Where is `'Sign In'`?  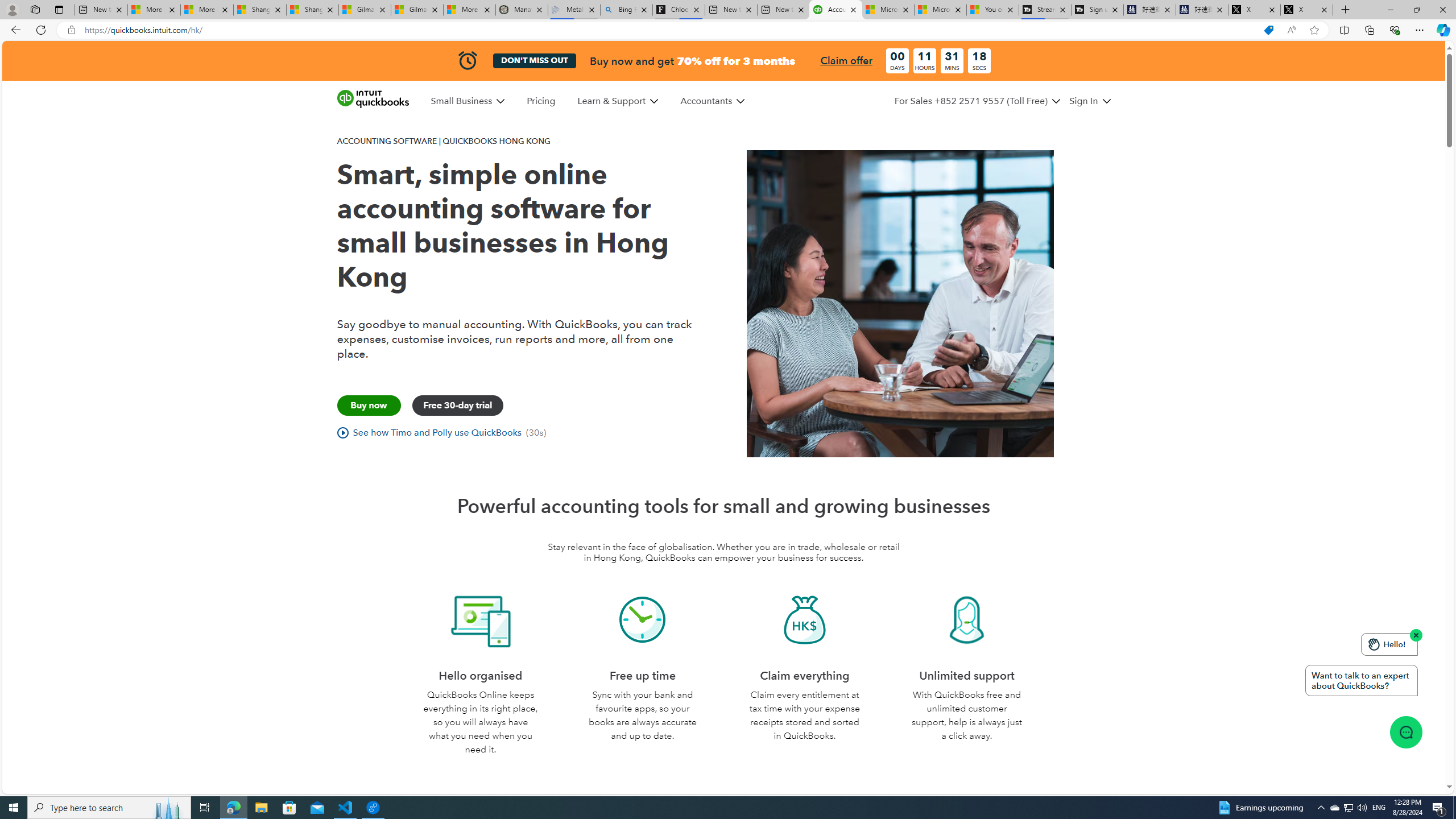
'Sign In' is located at coordinates (1089, 101).